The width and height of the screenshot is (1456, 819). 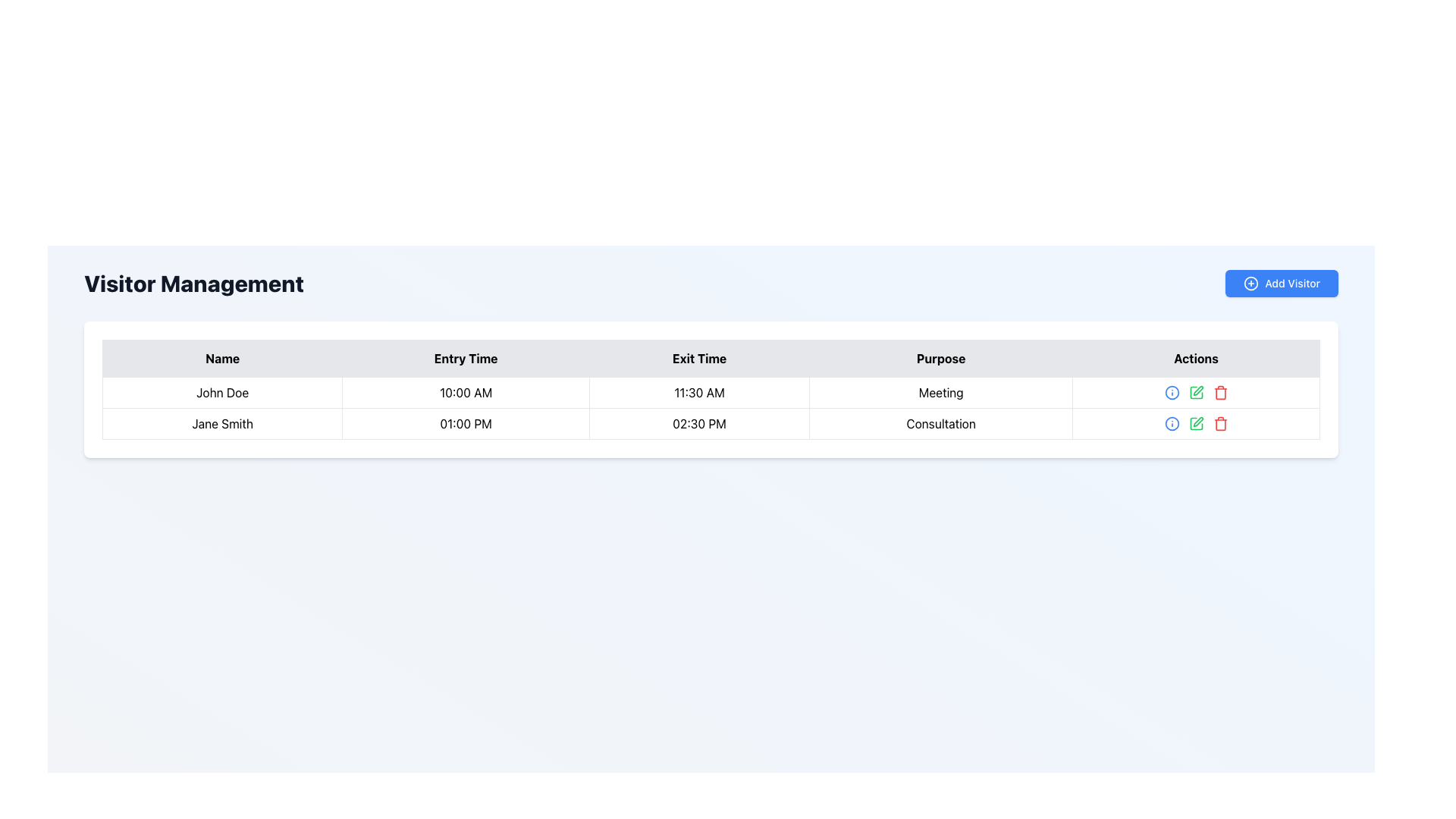 What do you see at coordinates (1291, 284) in the screenshot?
I see `the button labeled with the text that initiates the process of adding a visitor entry, located in the upper-right corner of the page, next to its left-aligned icon` at bounding box center [1291, 284].